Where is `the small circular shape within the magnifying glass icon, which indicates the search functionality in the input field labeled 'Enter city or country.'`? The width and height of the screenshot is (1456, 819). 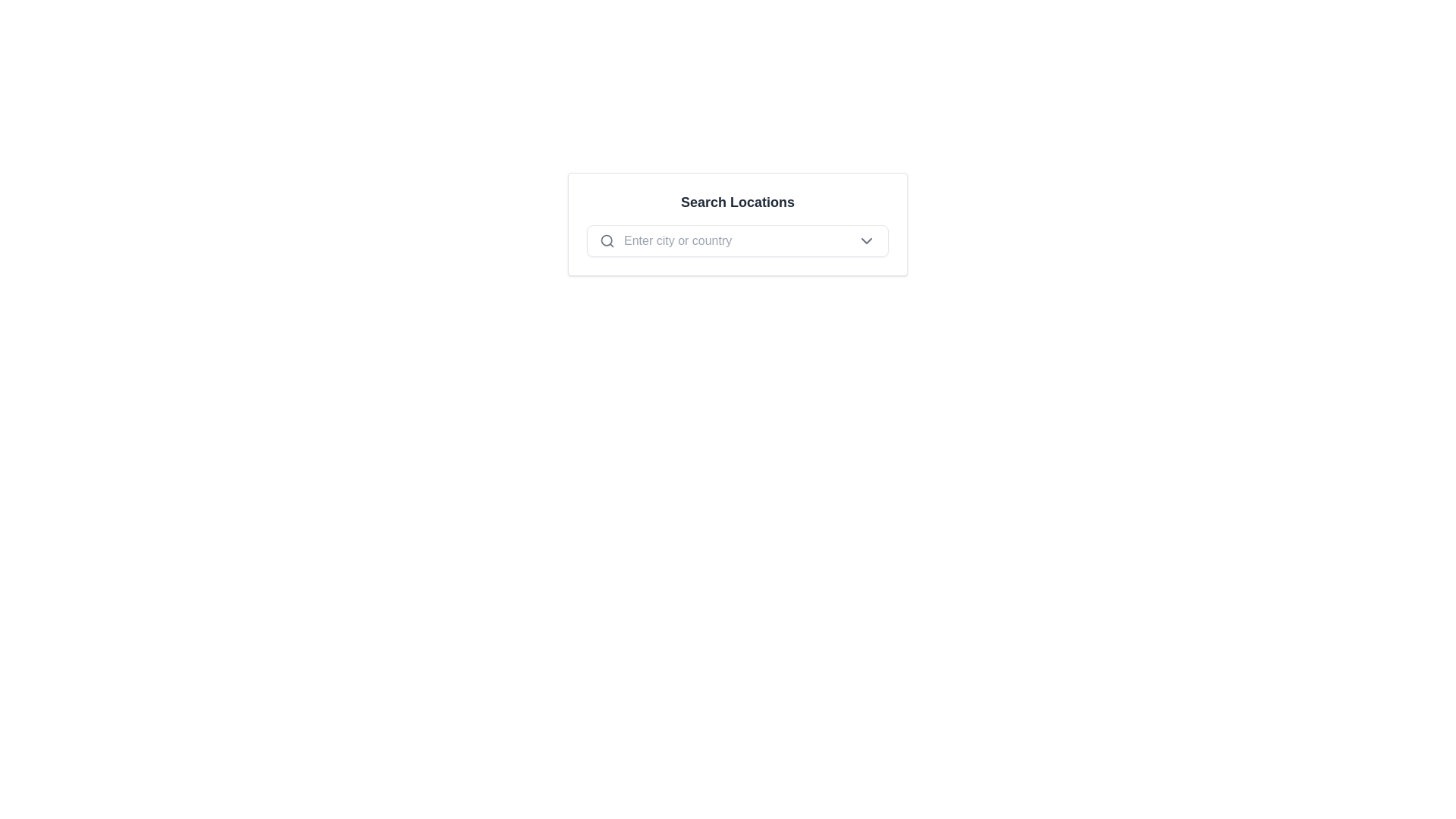 the small circular shape within the magnifying glass icon, which indicates the search functionality in the input field labeled 'Enter city or country.' is located at coordinates (607, 240).